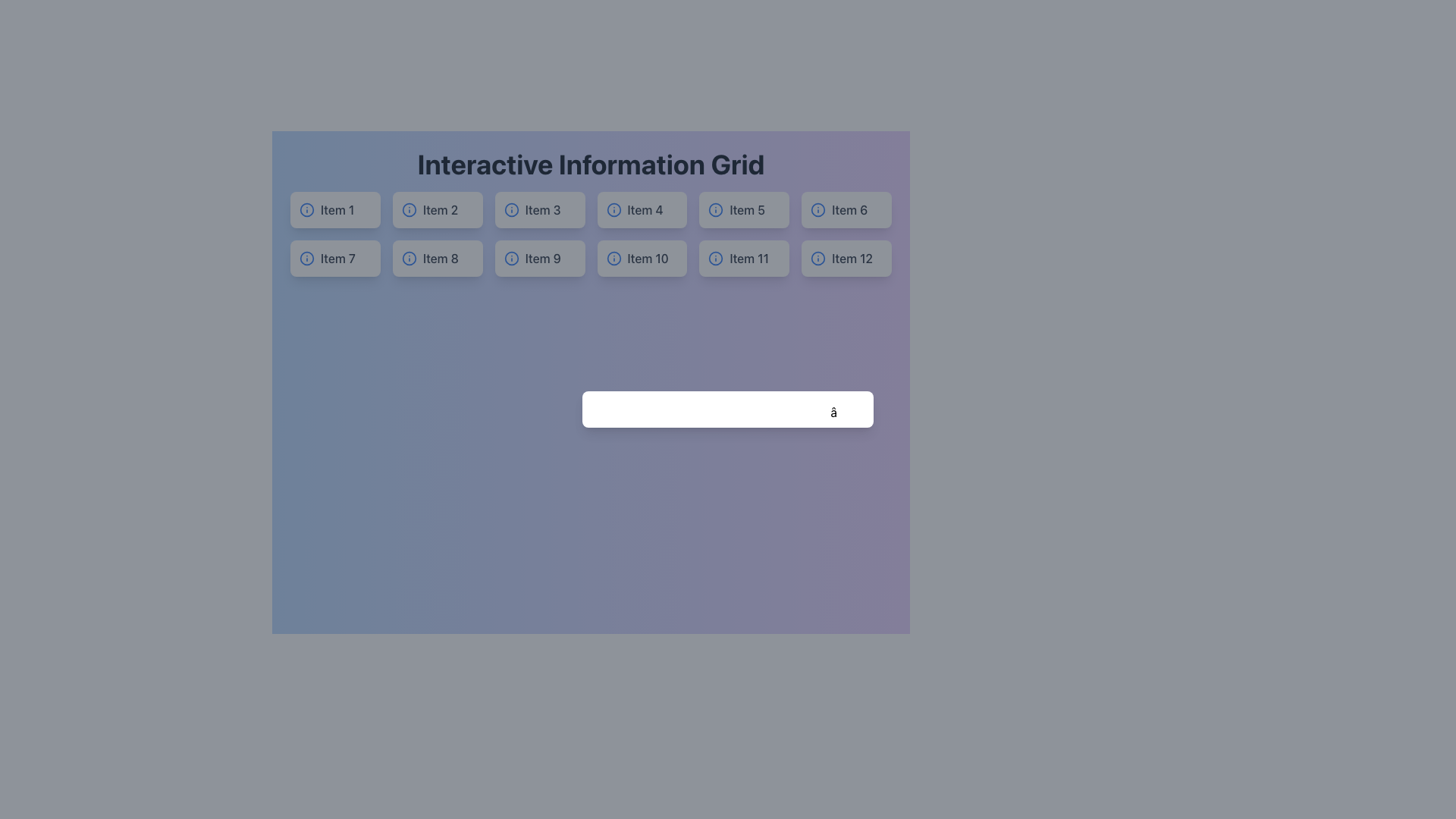 The height and width of the screenshot is (819, 1456). What do you see at coordinates (747, 210) in the screenshot?
I see `the text label or button labeled 'Item 5', which is the fifth item in a horizontally aligned grid located in the upper-right sector of the application` at bounding box center [747, 210].